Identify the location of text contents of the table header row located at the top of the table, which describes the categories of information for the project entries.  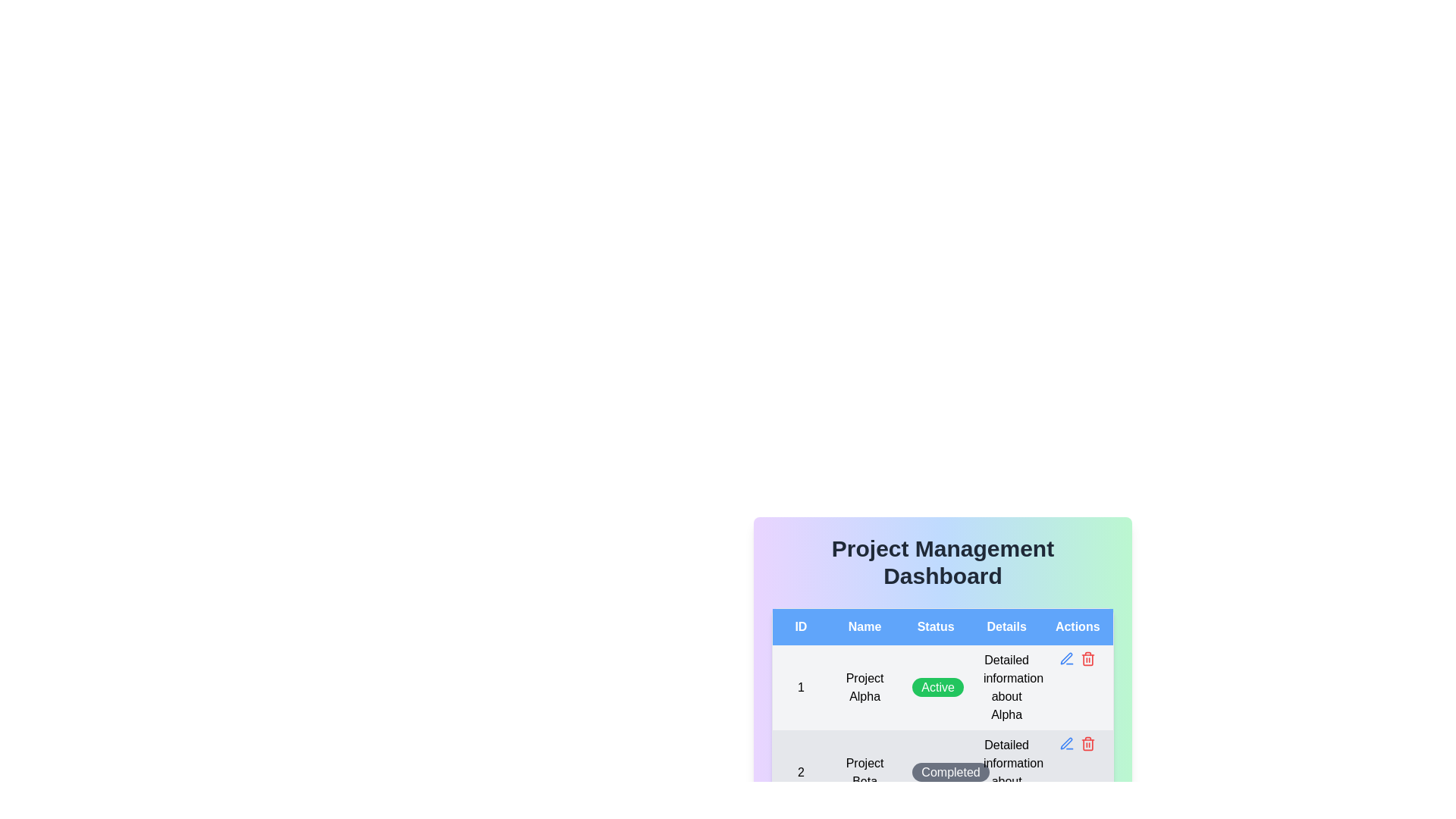
(942, 626).